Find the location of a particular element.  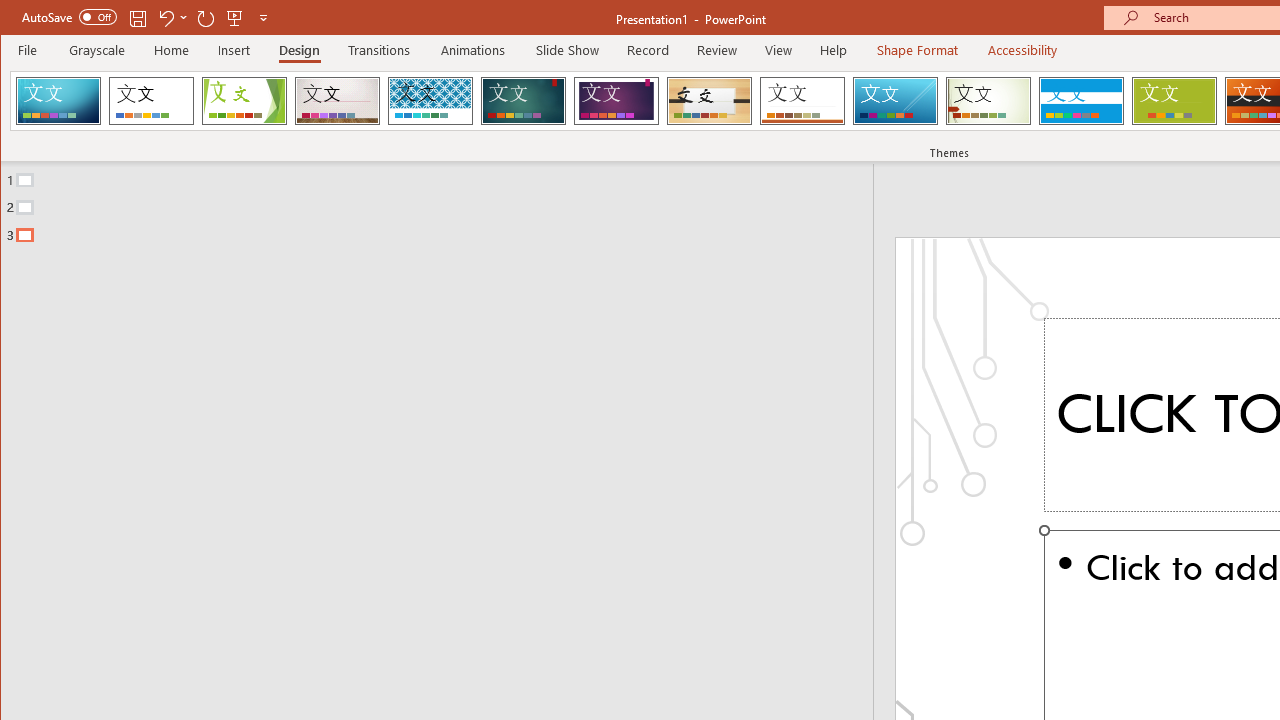

'Transitions' is located at coordinates (379, 49).